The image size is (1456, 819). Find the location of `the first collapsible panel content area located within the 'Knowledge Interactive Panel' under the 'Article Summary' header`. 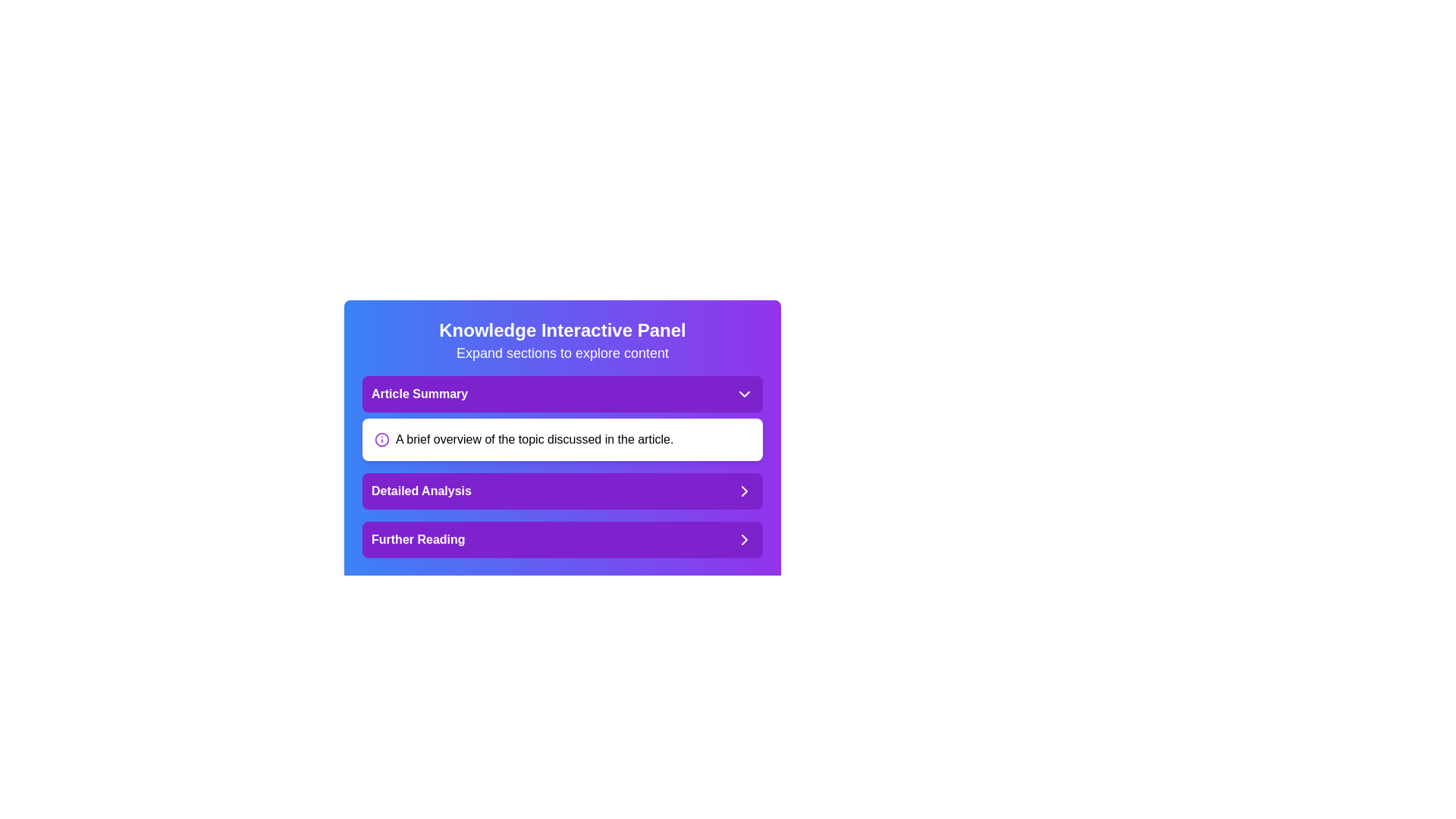

the first collapsible panel content area located within the 'Knowledge Interactive Panel' under the 'Article Summary' header is located at coordinates (562, 418).